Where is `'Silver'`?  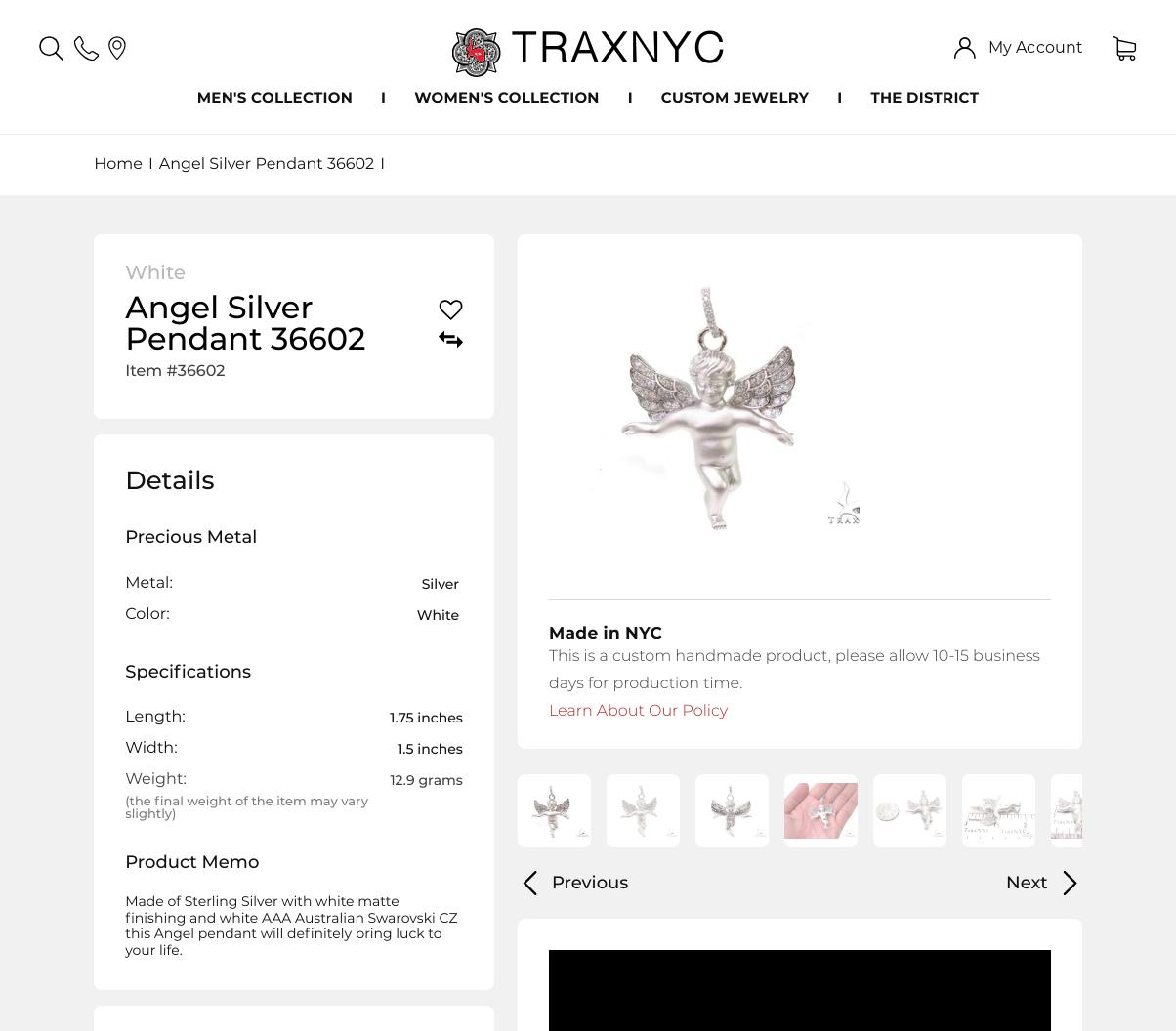
'Silver' is located at coordinates (440, 581).